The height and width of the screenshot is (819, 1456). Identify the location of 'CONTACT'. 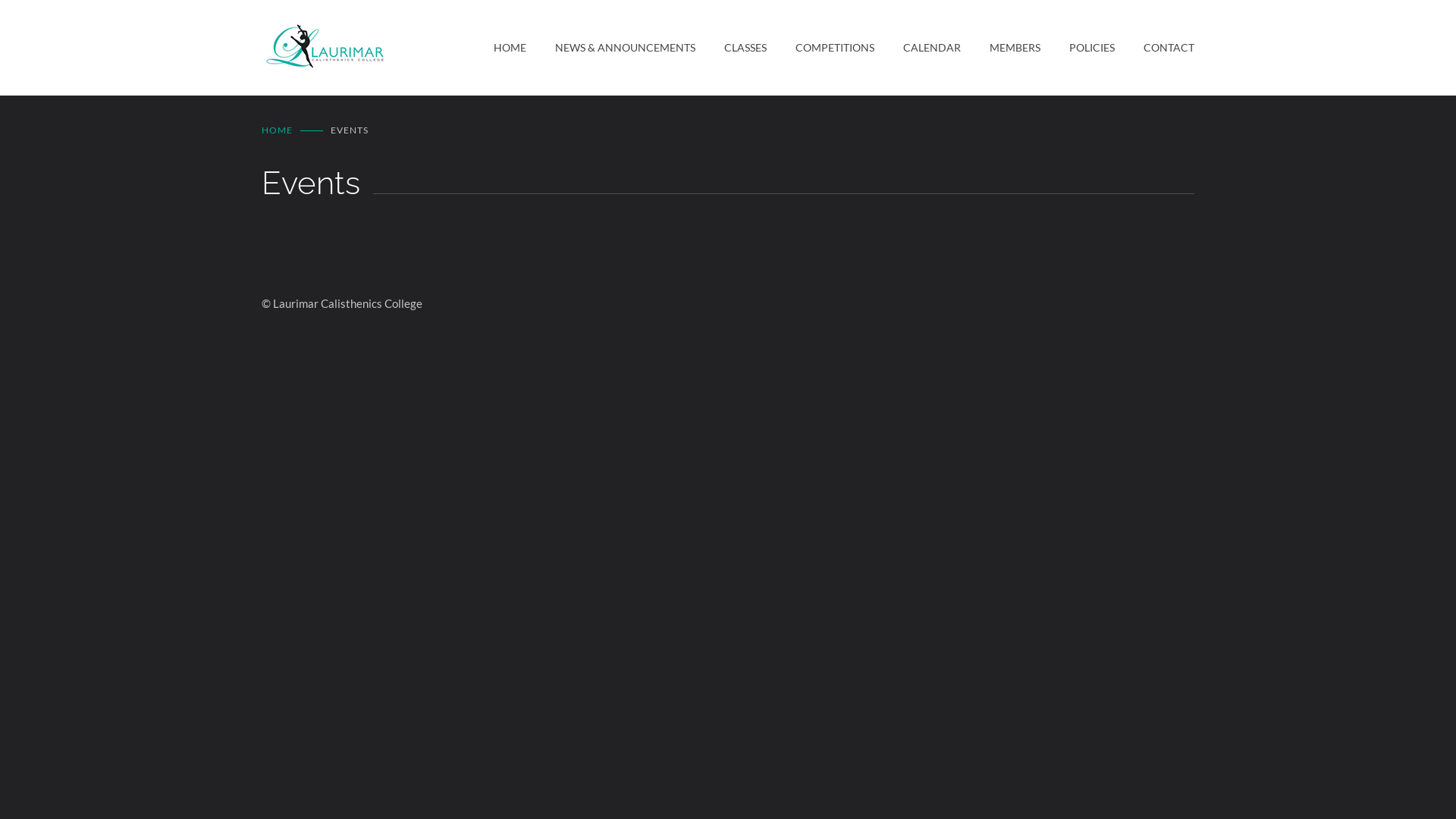
(1153, 46).